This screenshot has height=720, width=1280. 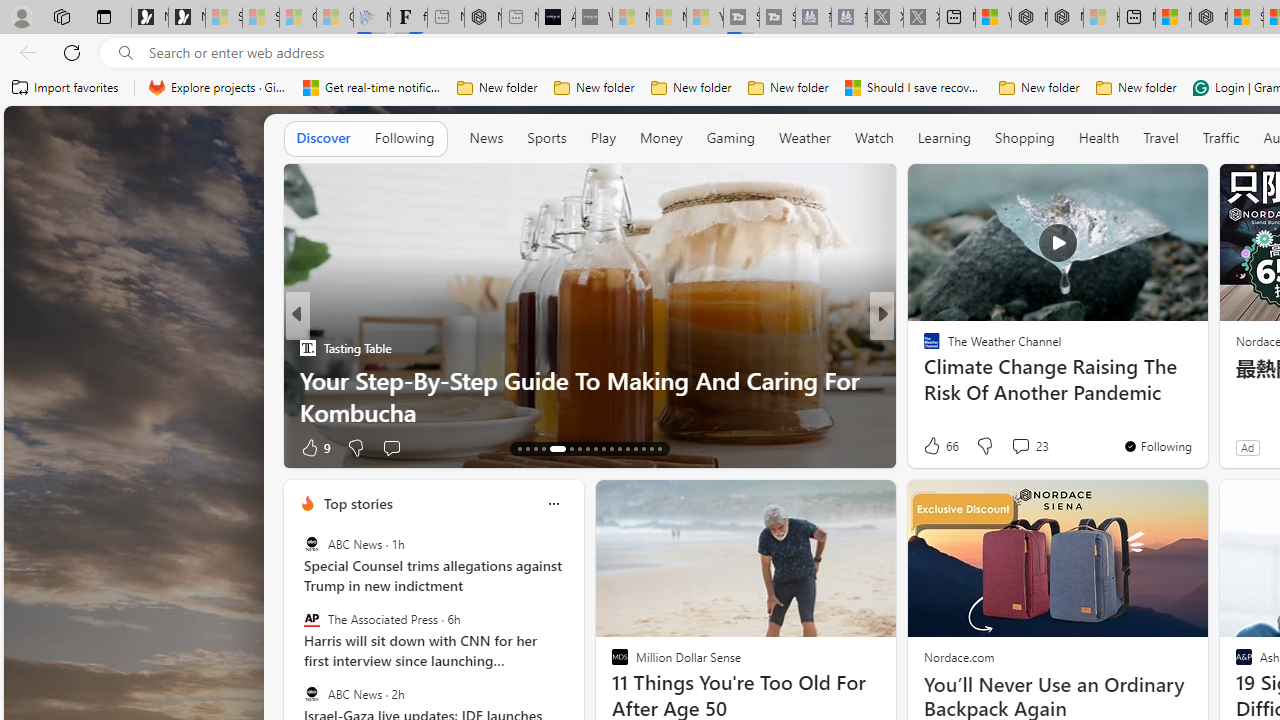 What do you see at coordinates (1020, 446) in the screenshot?
I see `'View comments 7 Comment'` at bounding box center [1020, 446].